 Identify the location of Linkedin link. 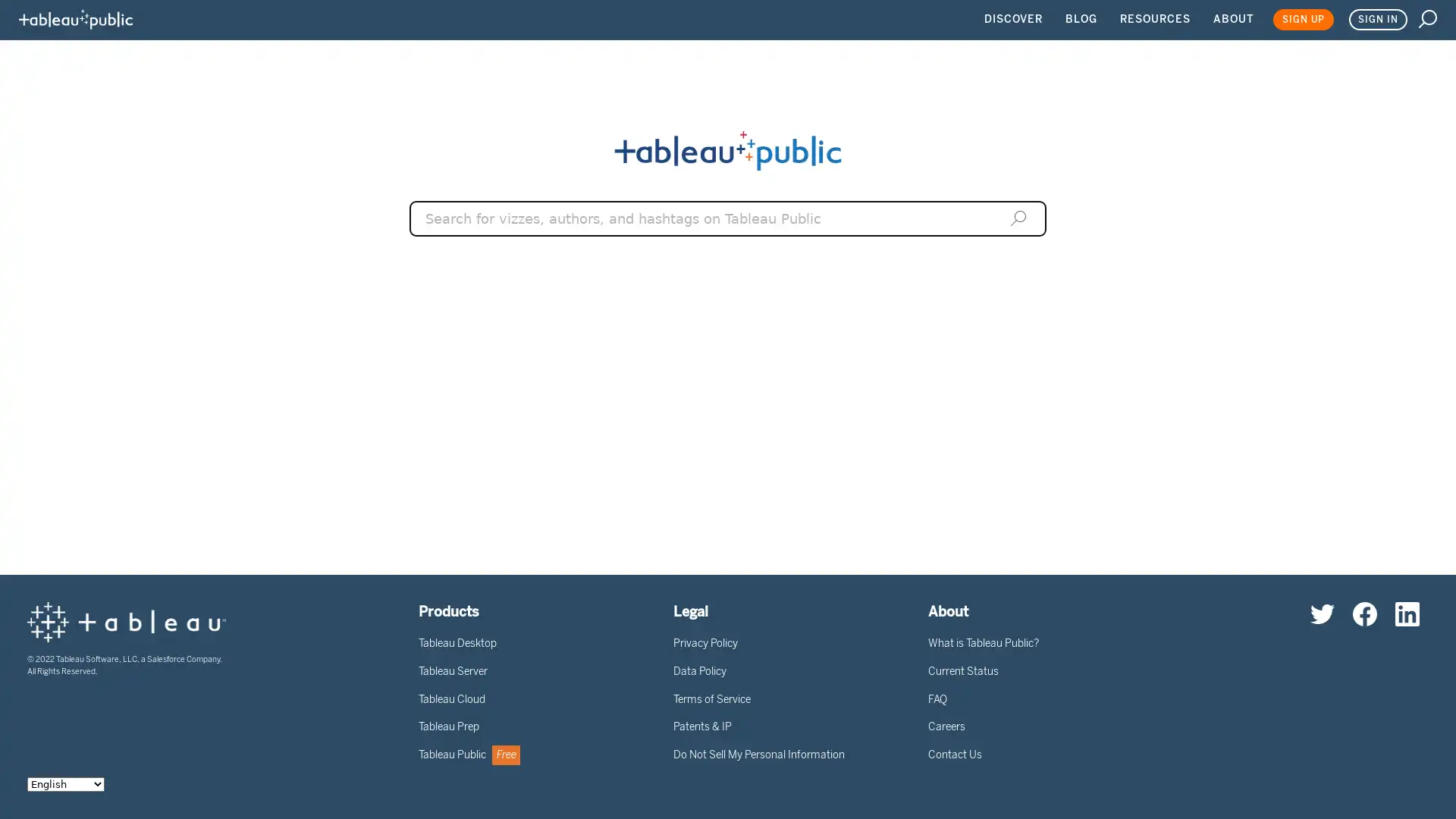
(1407, 613).